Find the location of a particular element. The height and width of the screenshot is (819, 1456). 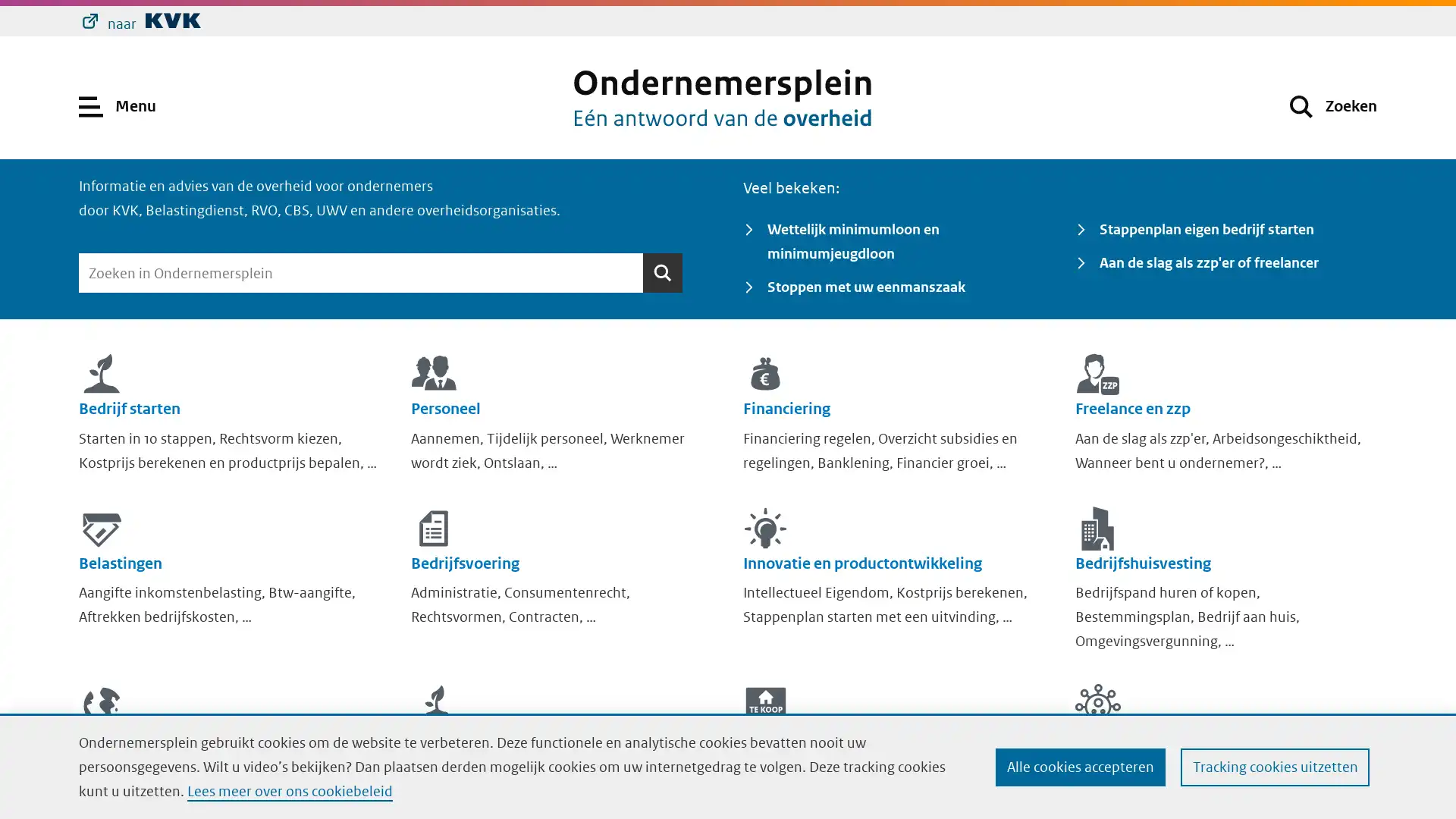

Zoeken Zoeken is located at coordinates (662, 281).